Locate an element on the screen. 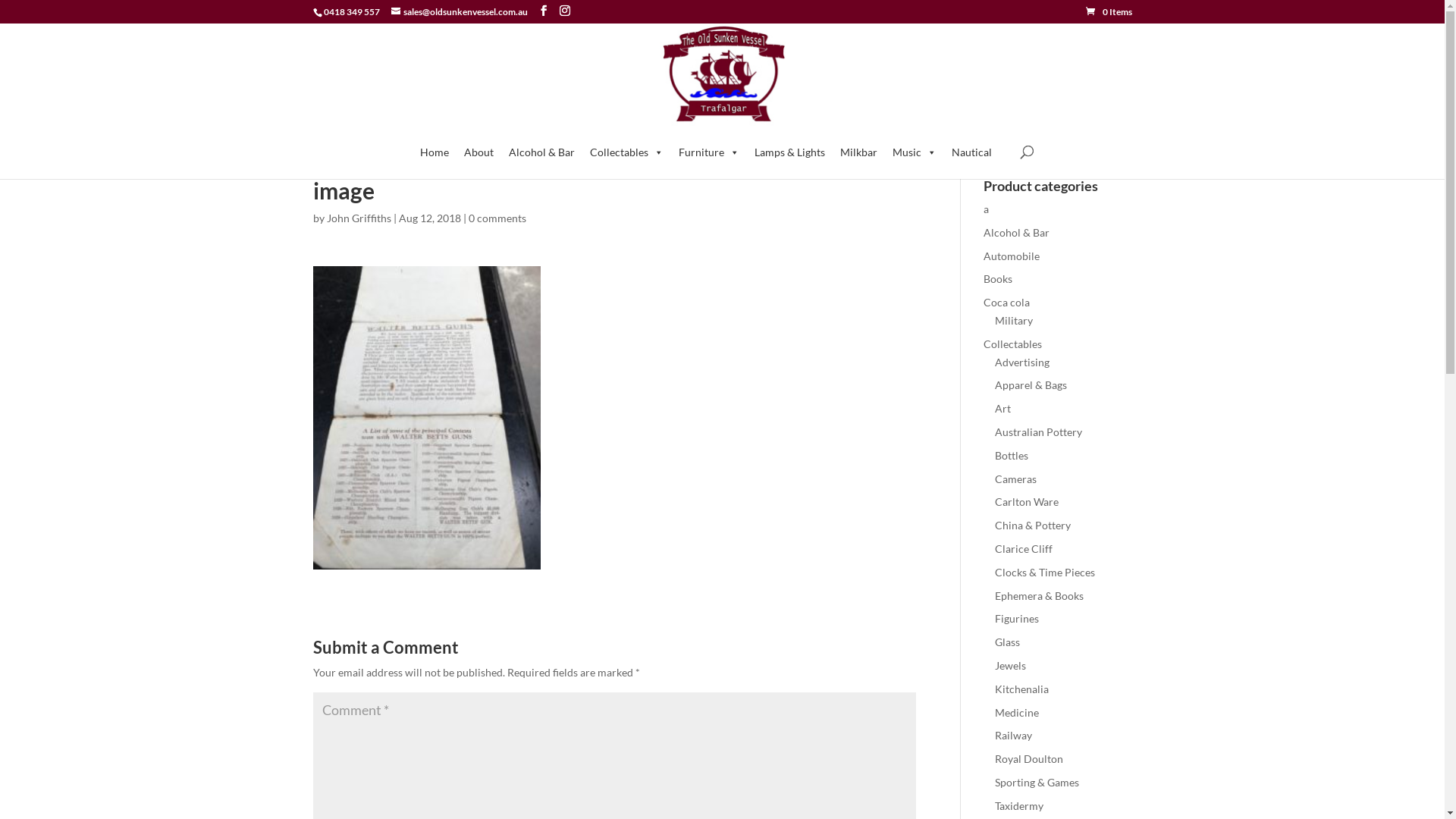 Image resolution: width=1456 pixels, height=819 pixels. 'Railway' is located at coordinates (994, 734).